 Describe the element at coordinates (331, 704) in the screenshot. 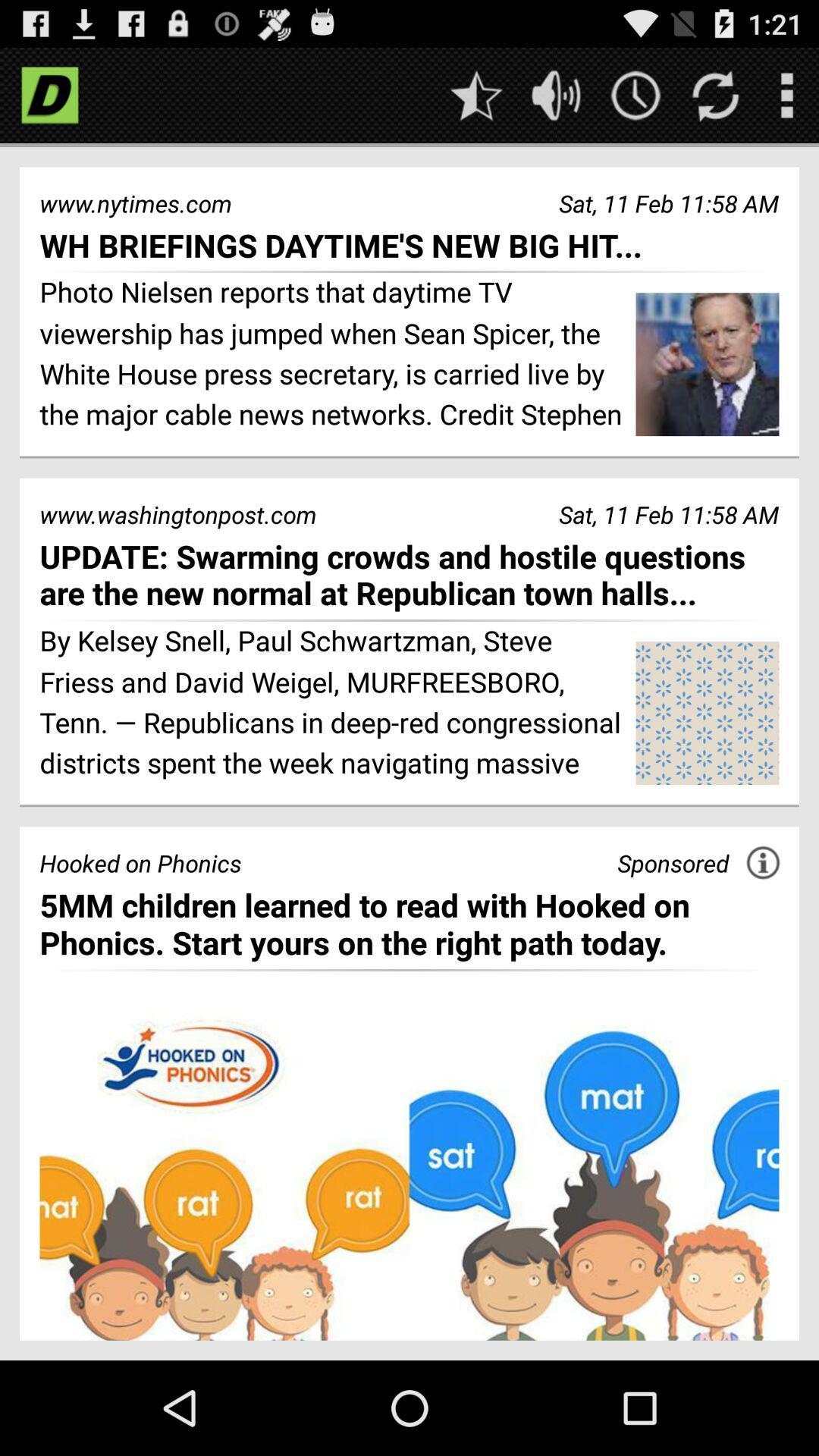

I see `the by kelsey snell icon` at that location.